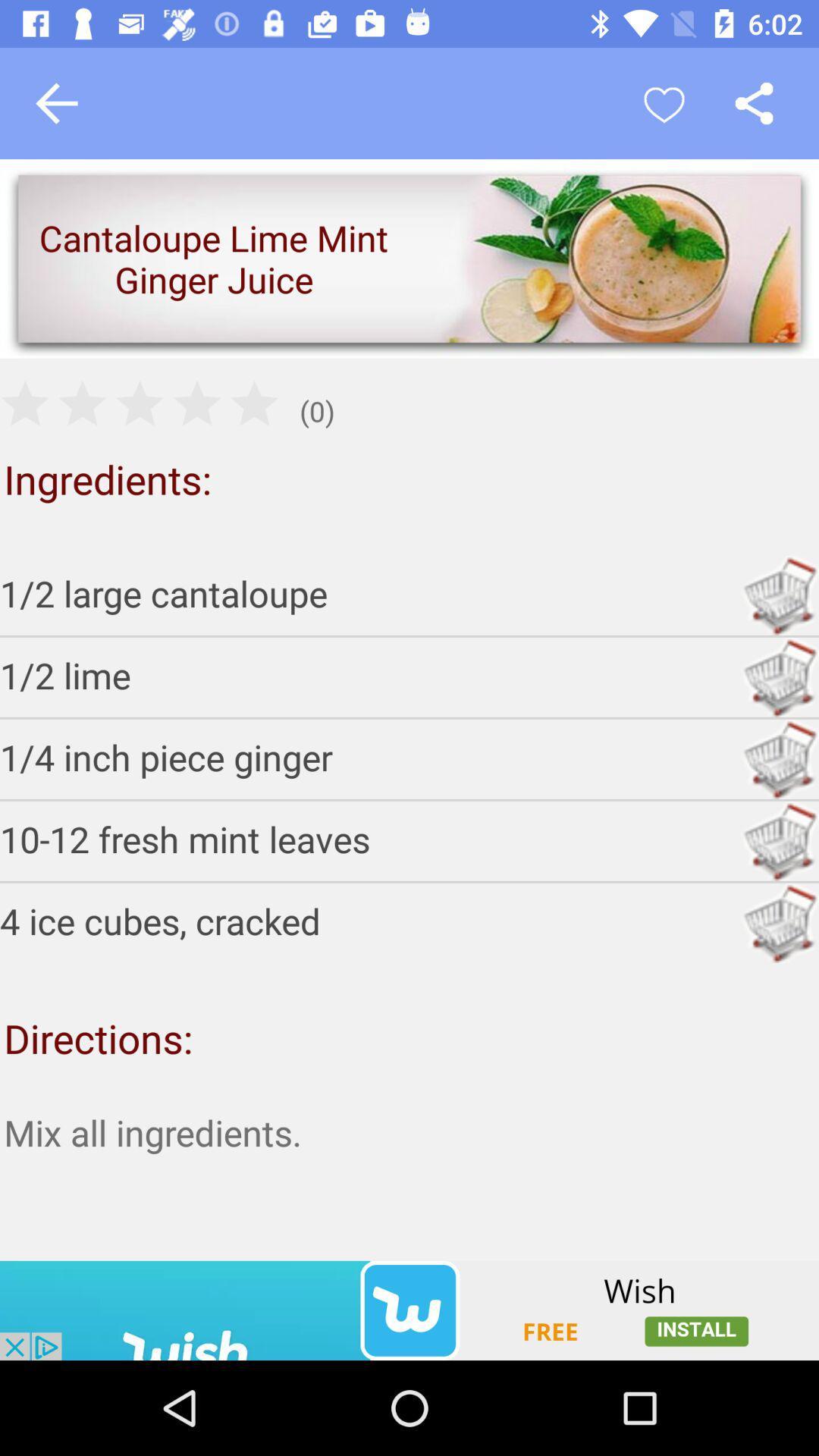 This screenshot has height=1456, width=819. What do you see at coordinates (409, 1310) in the screenshot?
I see `advertisement` at bounding box center [409, 1310].